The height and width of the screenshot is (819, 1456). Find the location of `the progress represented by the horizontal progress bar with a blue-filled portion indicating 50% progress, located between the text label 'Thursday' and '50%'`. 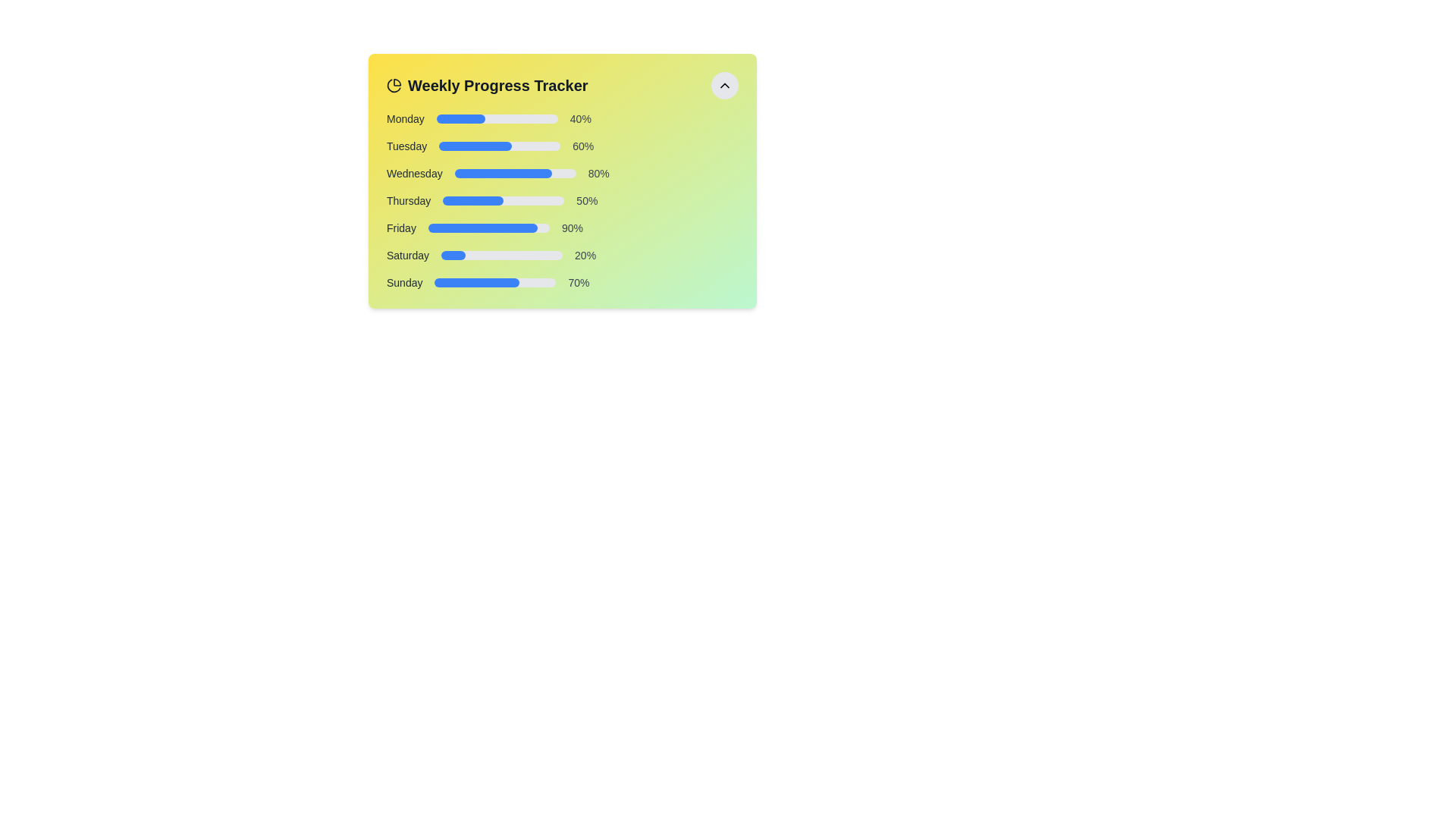

the progress represented by the horizontal progress bar with a blue-filled portion indicating 50% progress, located between the text label 'Thursday' and '50%' is located at coordinates (504, 200).